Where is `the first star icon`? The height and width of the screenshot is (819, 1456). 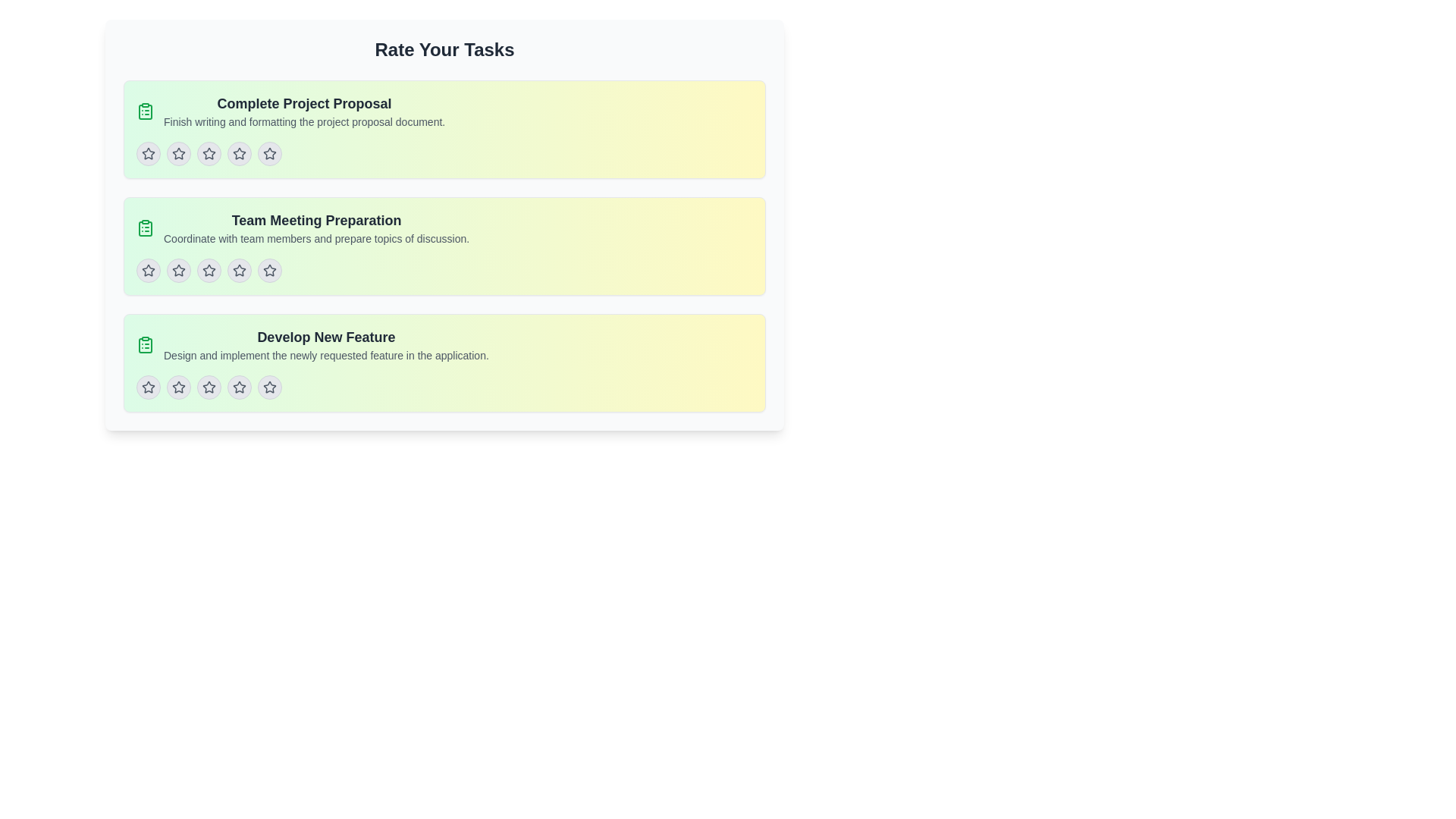
the first star icon is located at coordinates (178, 269).